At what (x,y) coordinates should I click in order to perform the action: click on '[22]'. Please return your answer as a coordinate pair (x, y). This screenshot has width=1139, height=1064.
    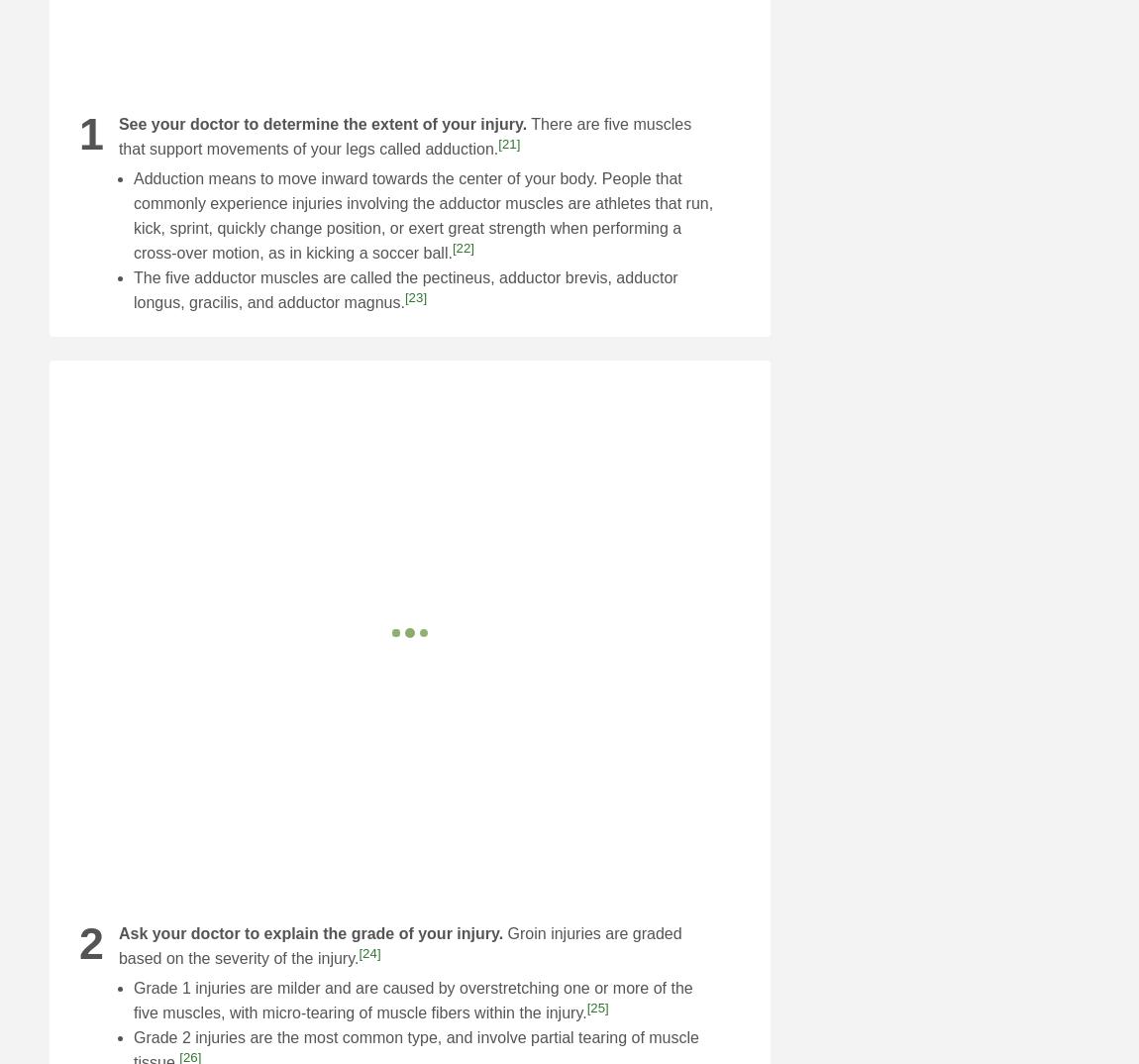
    Looking at the image, I should click on (463, 246).